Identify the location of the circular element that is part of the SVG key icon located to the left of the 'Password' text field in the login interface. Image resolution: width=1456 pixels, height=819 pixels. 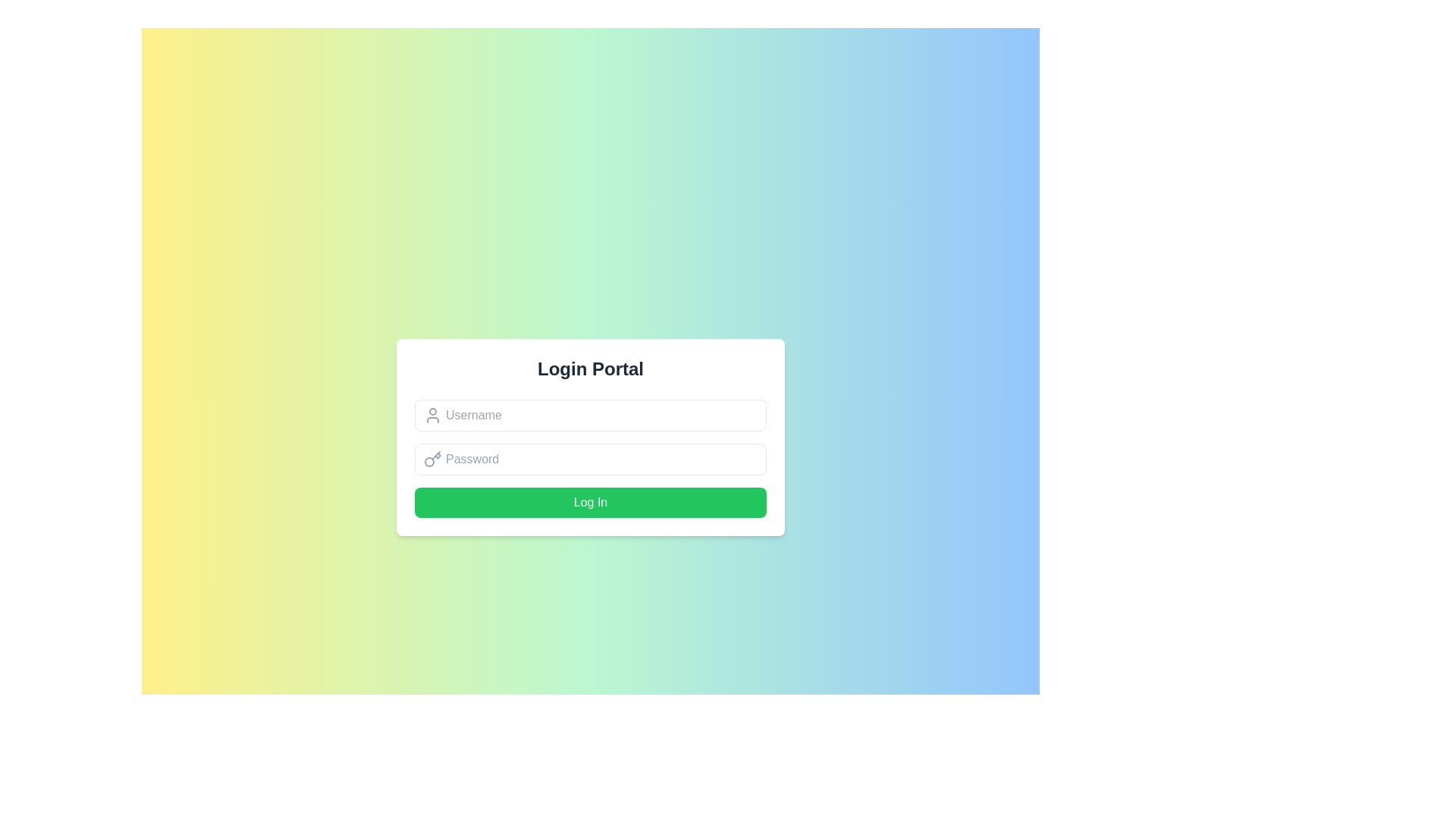
(428, 461).